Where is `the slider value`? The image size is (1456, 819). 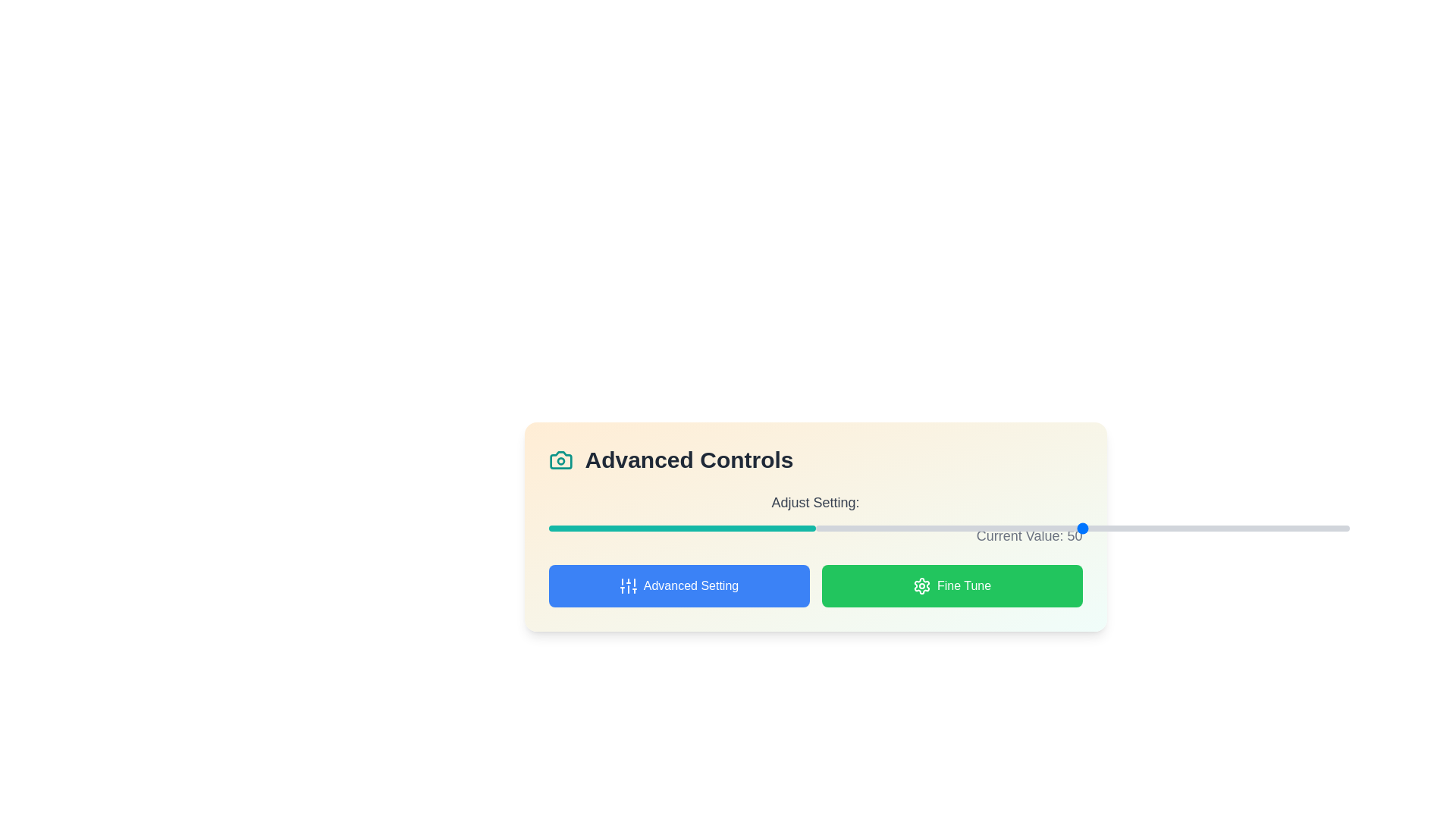 the slider value is located at coordinates (874, 528).